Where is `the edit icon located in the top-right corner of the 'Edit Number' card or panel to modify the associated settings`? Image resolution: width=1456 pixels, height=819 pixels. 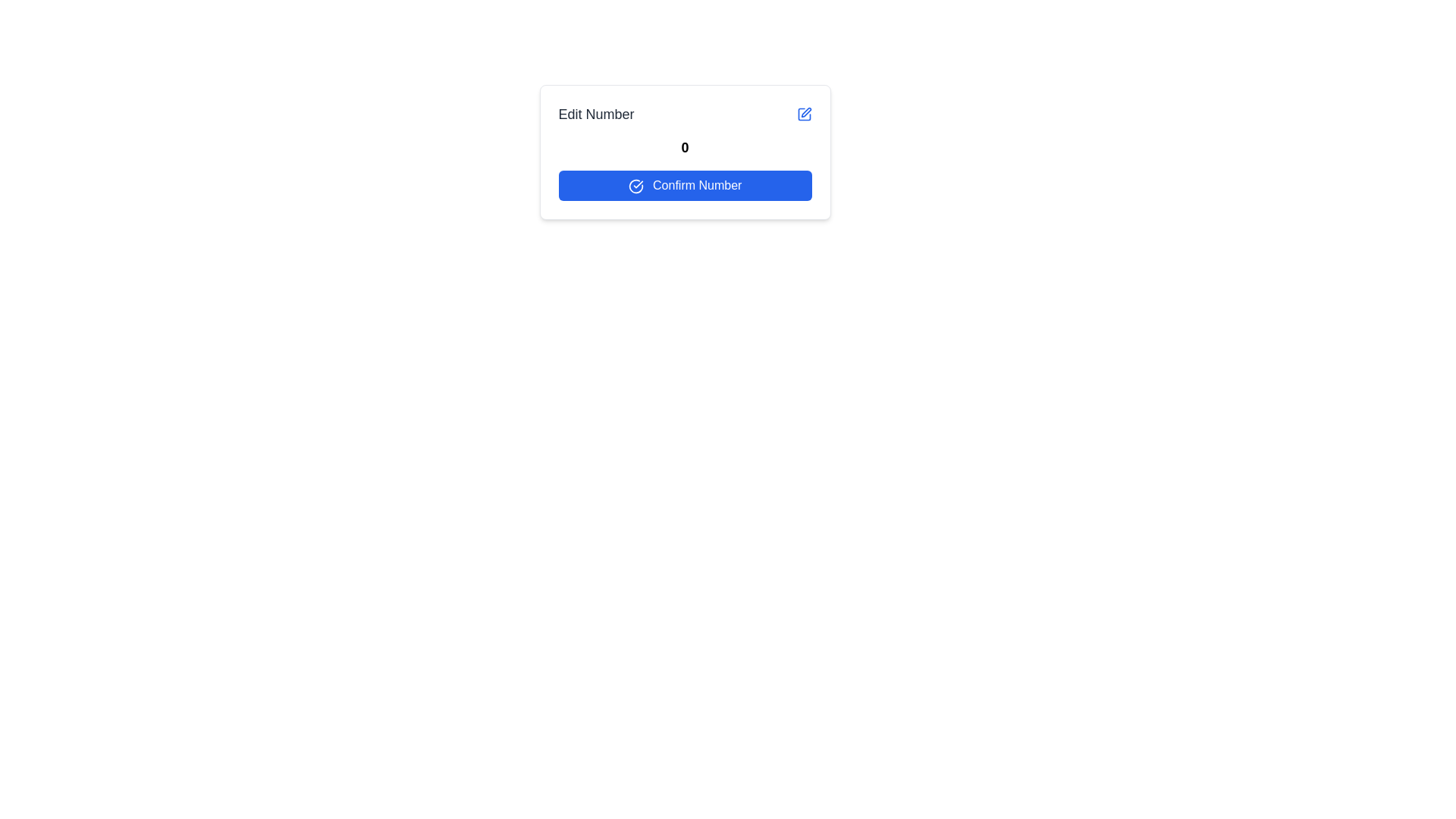
the edit icon located in the top-right corner of the 'Edit Number' card or panel to modify the associated settings is located at coordinates (805, 111).